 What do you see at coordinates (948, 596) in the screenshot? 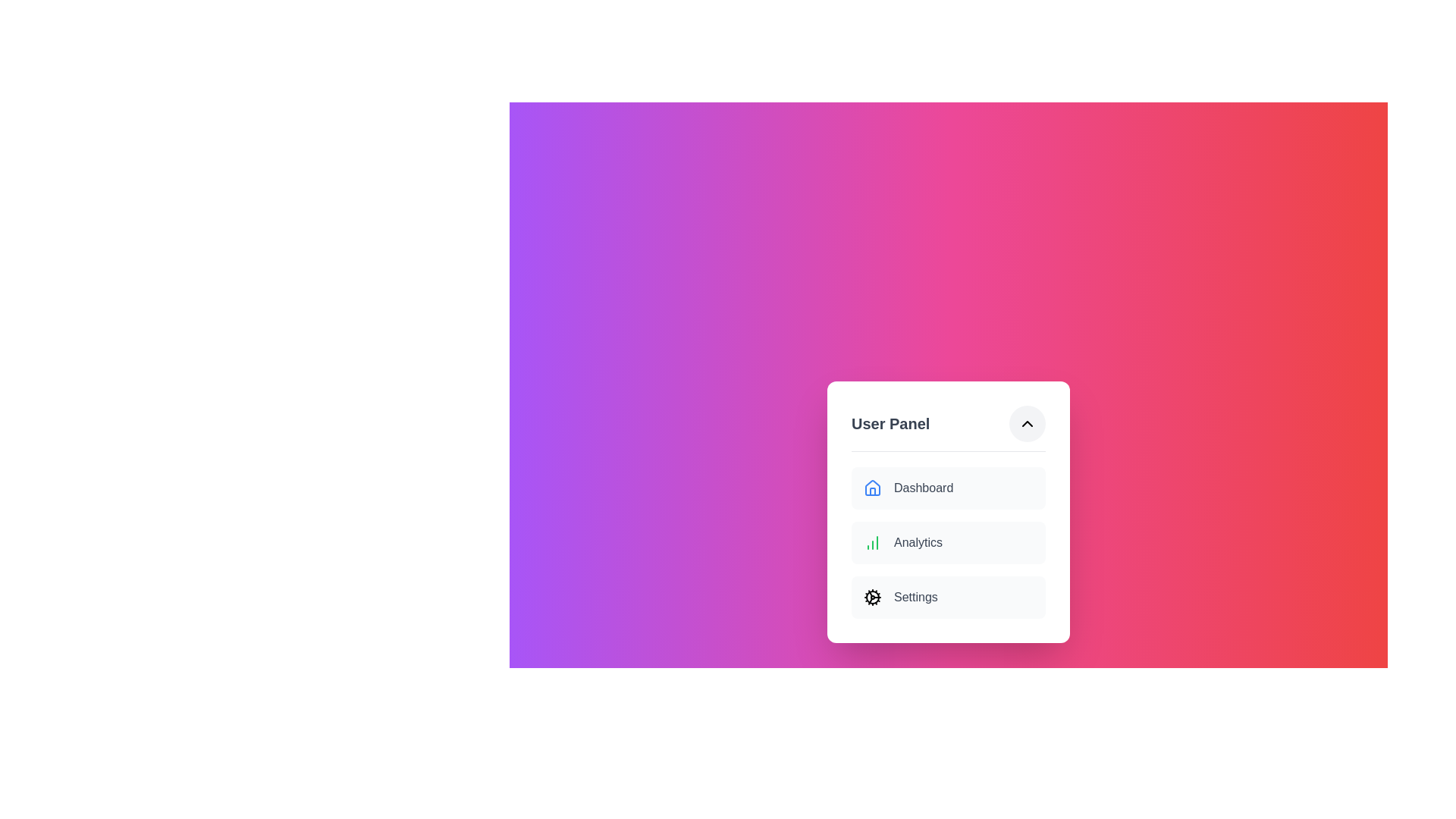
I see `the text 'Settings' in the menu` at bounding box center [948, 596].